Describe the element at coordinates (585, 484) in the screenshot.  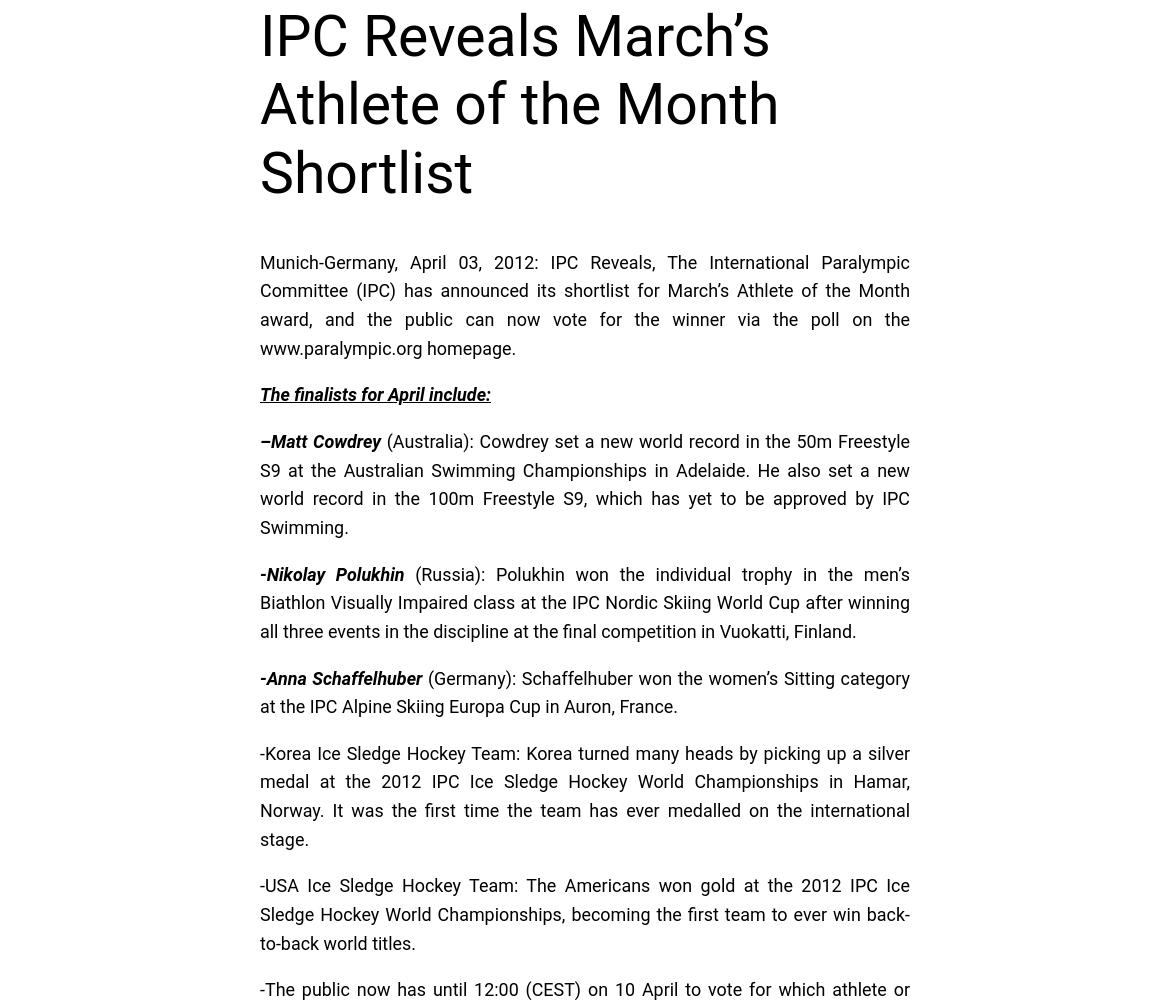
I see `'(Australia): Cowdrey set a new world record in the 50m Freestyle S9 at the Australian Swimming Championships in Adelaide. He also set a new world record in the 100m Freestyle S9, which has yet to be approved by IPC Swimming.'` at that location.